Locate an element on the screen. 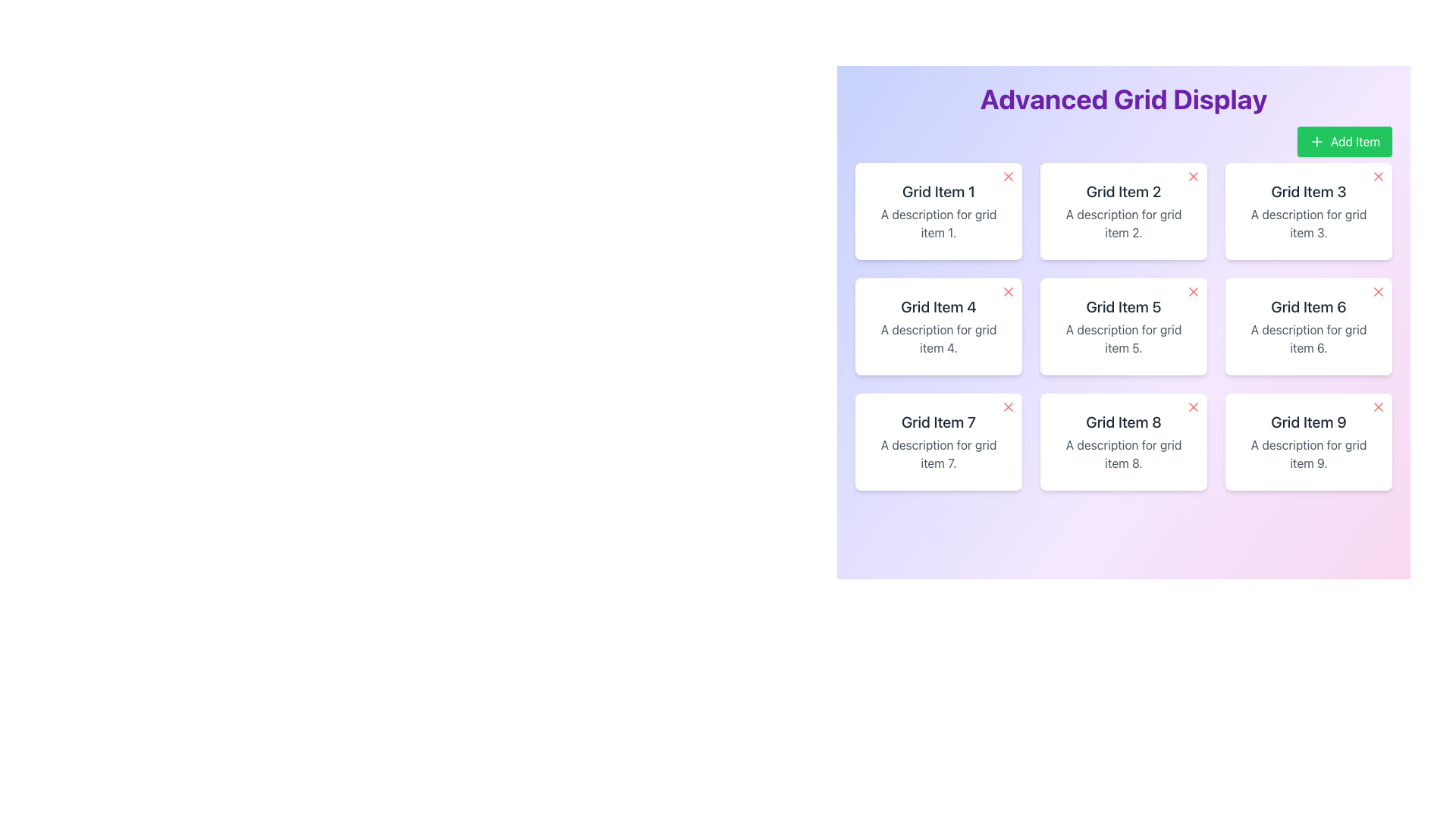  the Text Label which serves as the title of the sixth card in the first row of the grid layout, positioned above the description text is located at coordinates (1308, 307).